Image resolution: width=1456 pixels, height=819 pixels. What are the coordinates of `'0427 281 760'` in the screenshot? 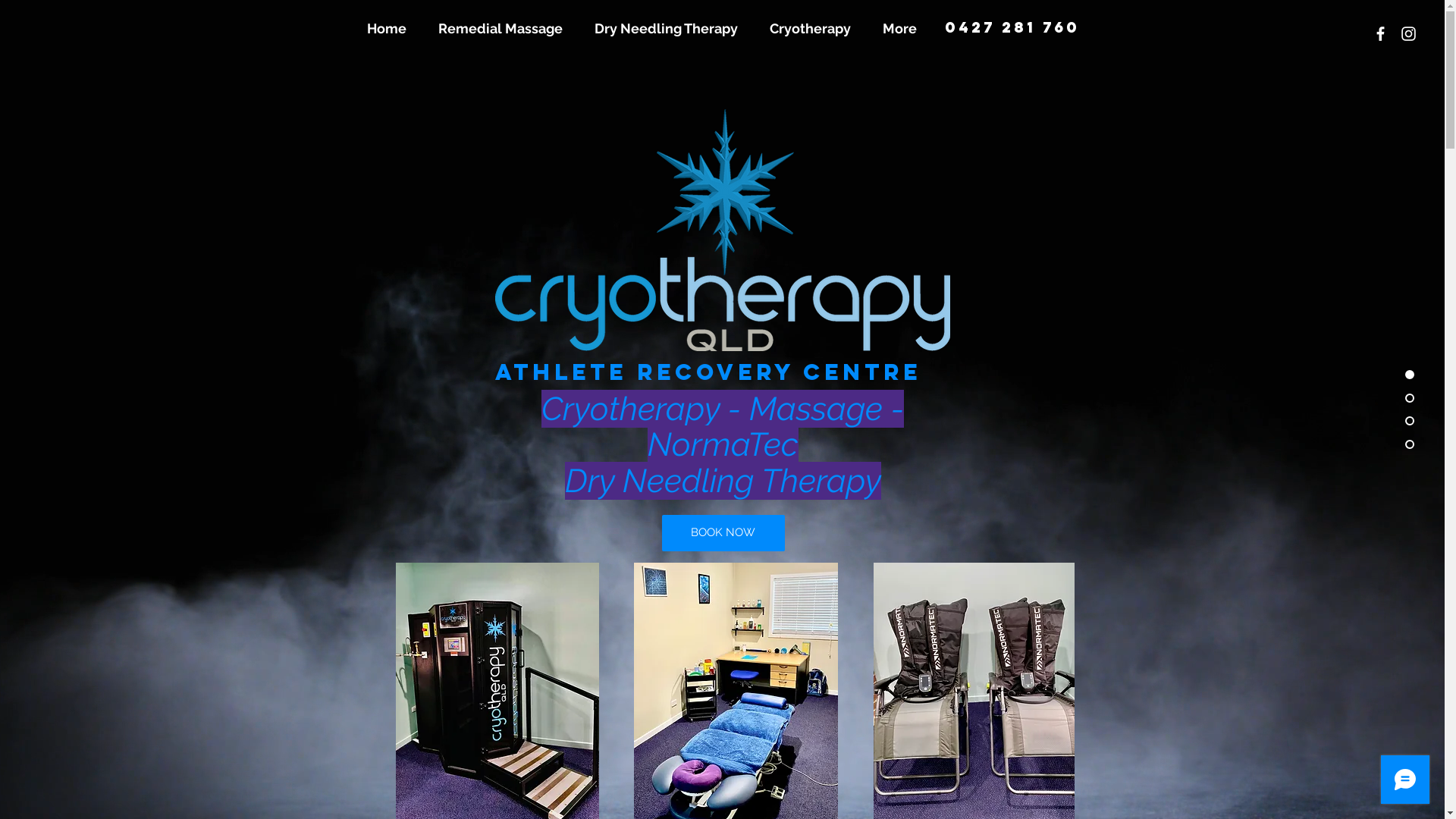 It's located at (944, 27).